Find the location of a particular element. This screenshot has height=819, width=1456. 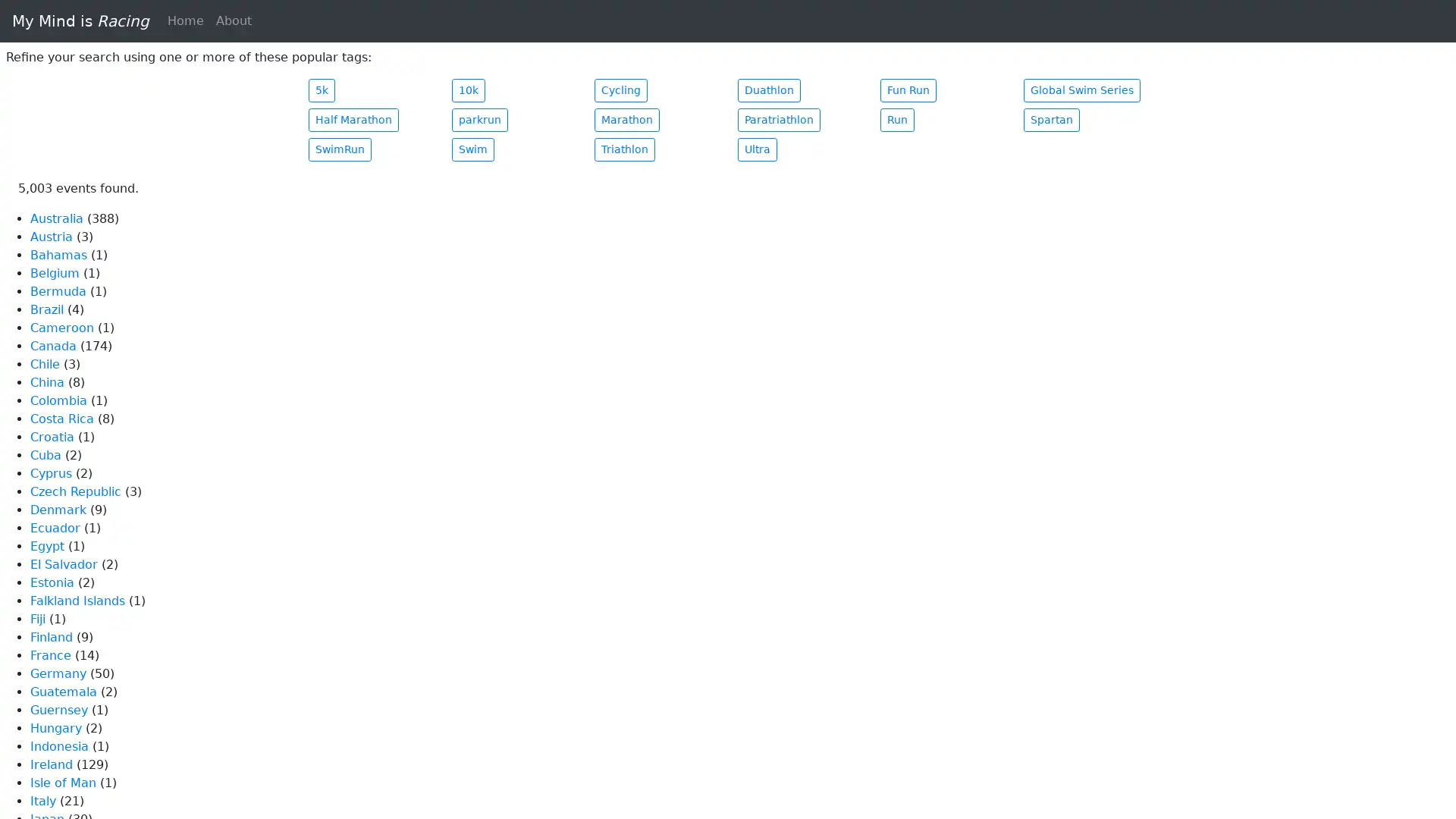

Global Swim Series is located at coordinates (1080, 90).